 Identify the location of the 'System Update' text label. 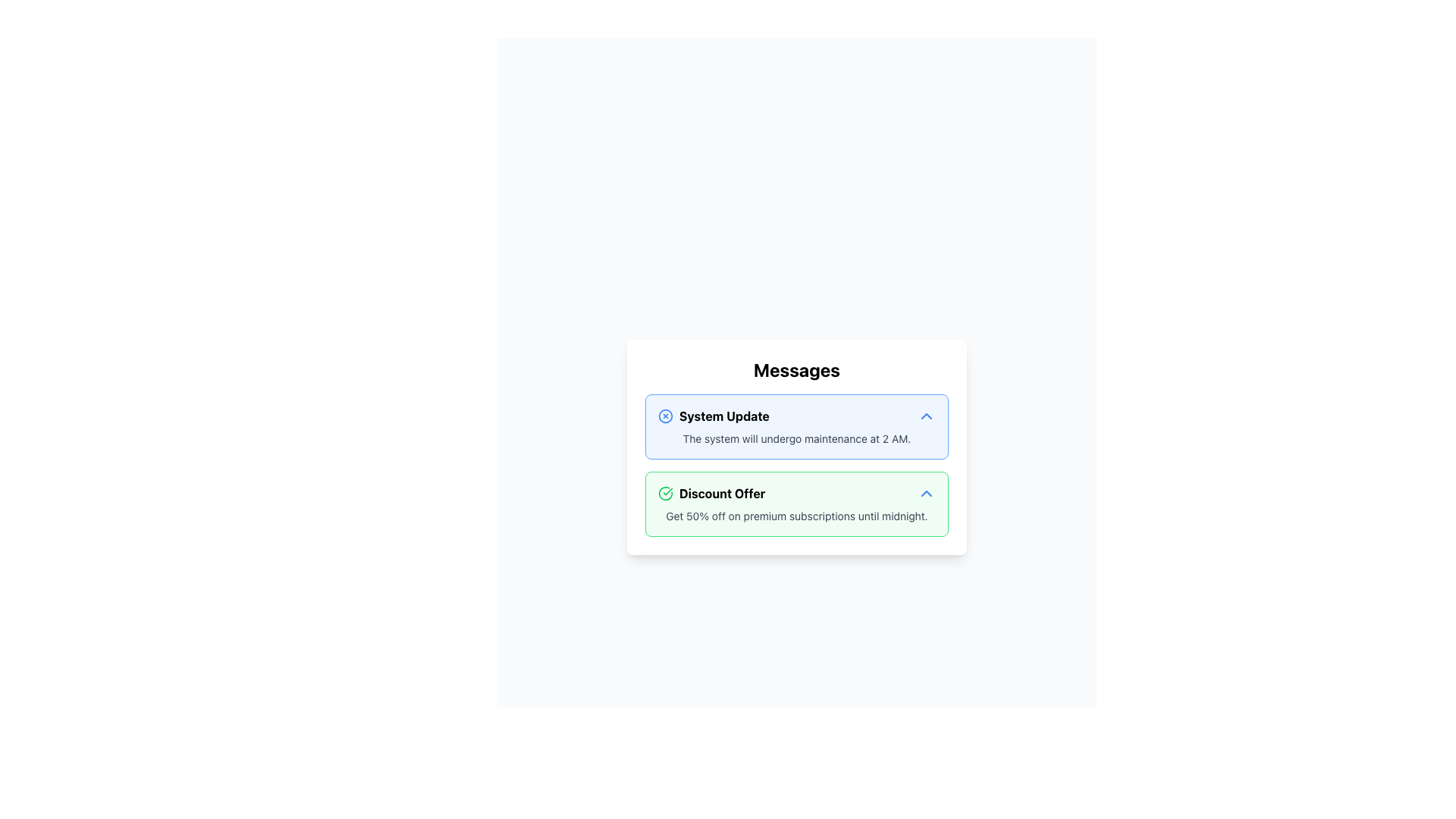
(723, 416).